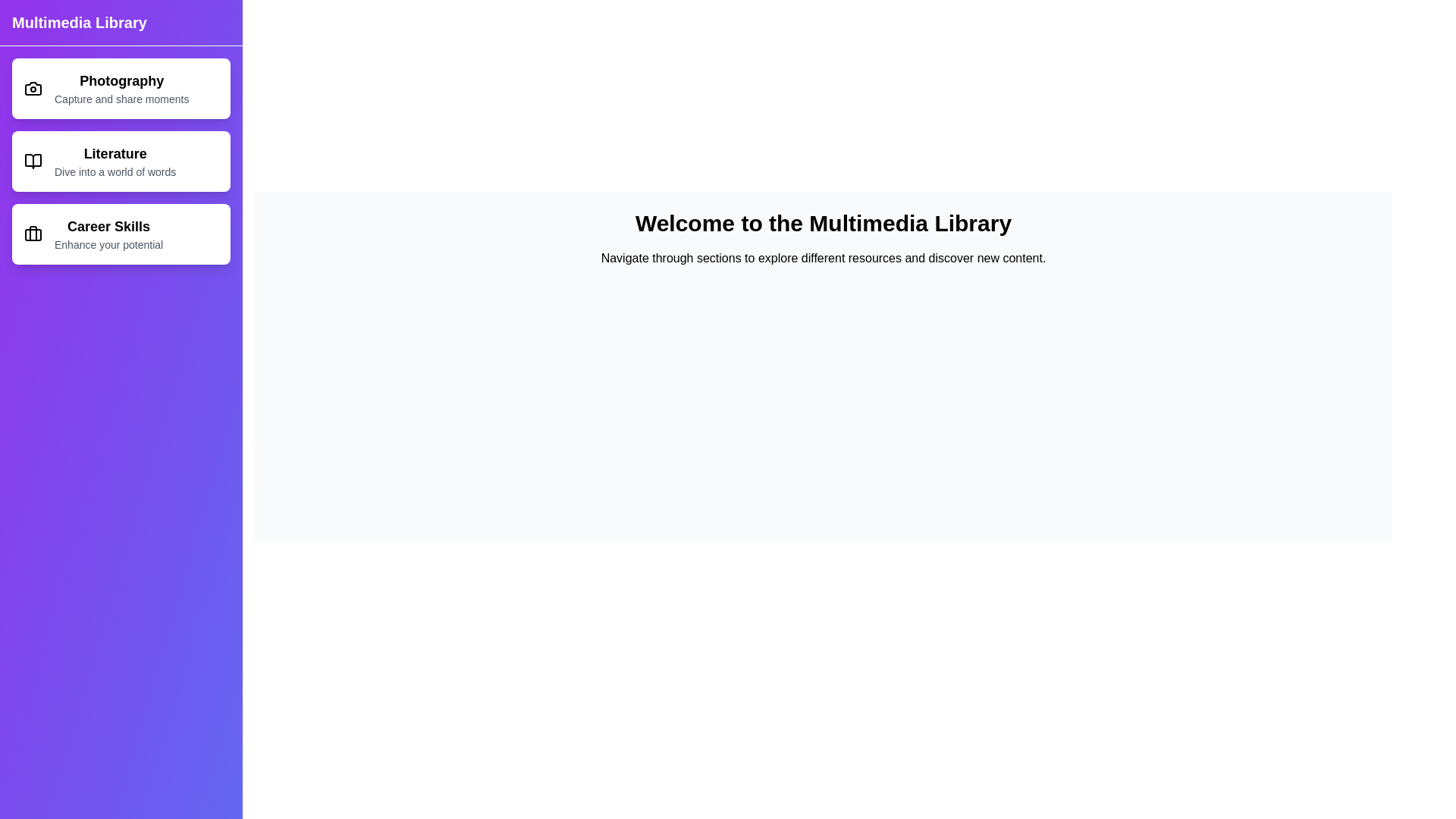 The width and height of the screenshot is (1456, 819). Describe the element at coordinates (33, 88) in the screenshot. I see `the icon of the Photography section` at that location.